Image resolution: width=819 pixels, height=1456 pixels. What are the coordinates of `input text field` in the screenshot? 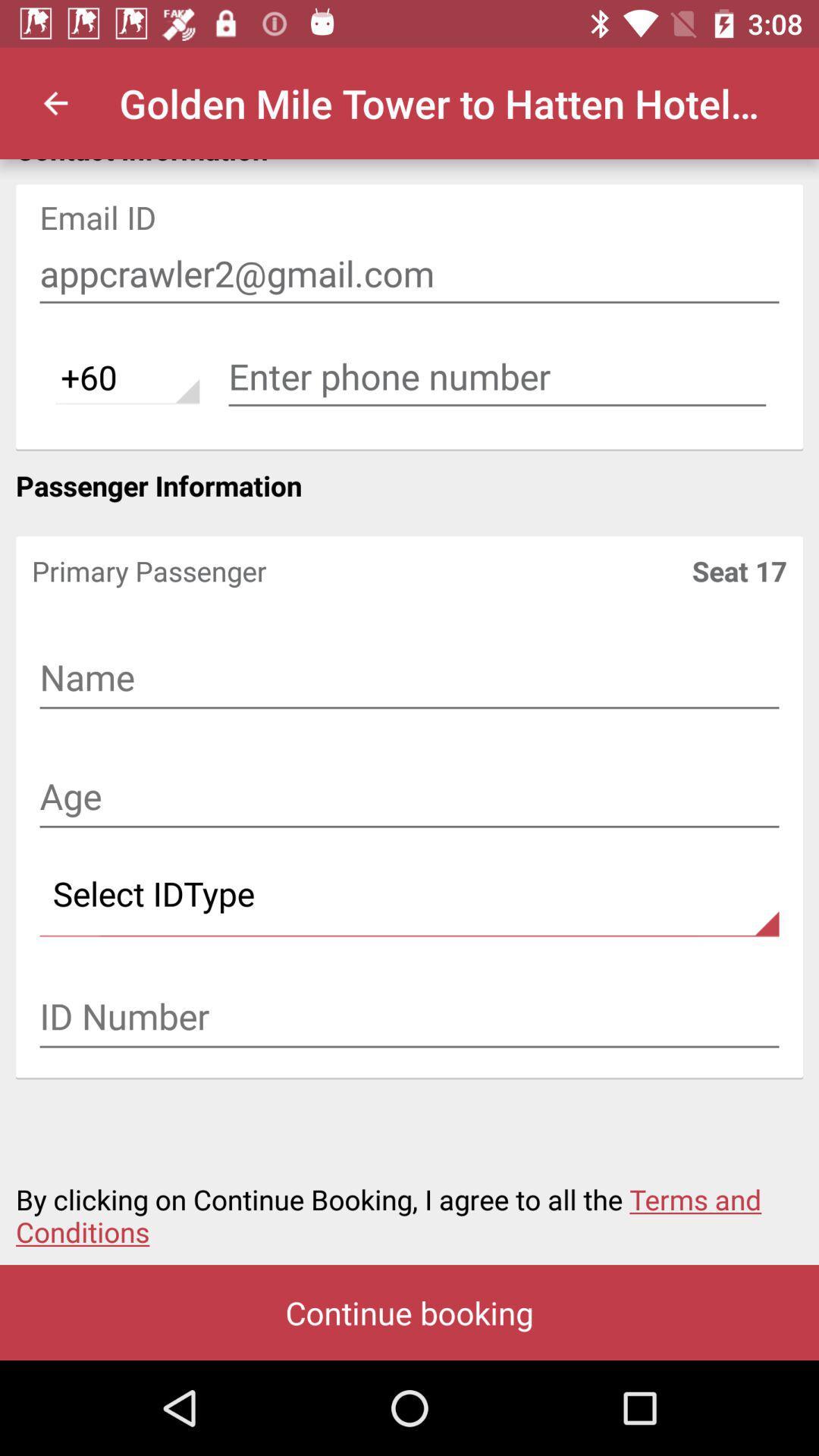 It's located at (409, 1018).